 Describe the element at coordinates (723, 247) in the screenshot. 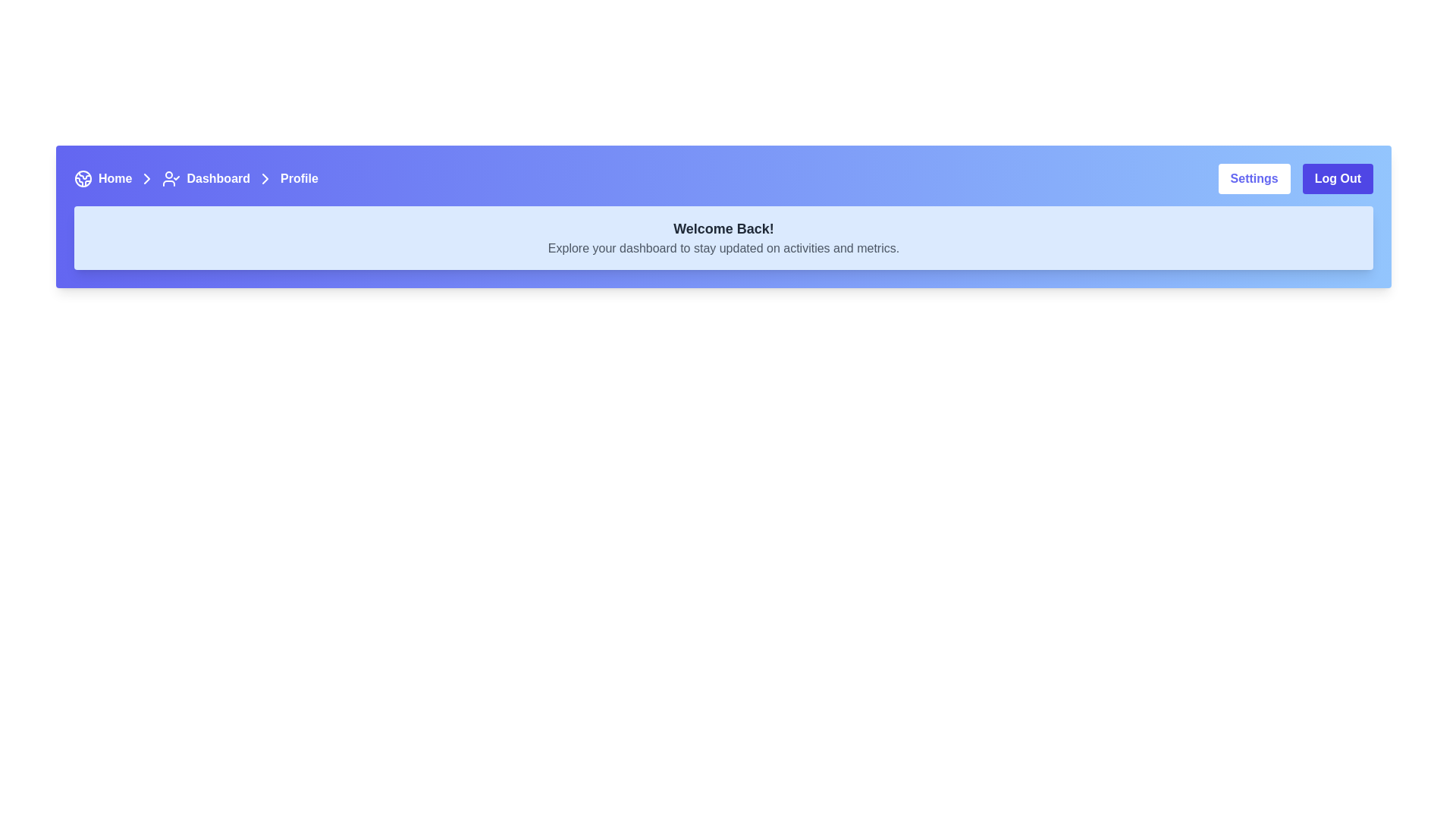

I see `the static text description that reads 'Explore your dashboard to stay updated on activities and metrics.', which is located directly beneath the bold header 'Welcome Back!' in a light blue box` at that location.